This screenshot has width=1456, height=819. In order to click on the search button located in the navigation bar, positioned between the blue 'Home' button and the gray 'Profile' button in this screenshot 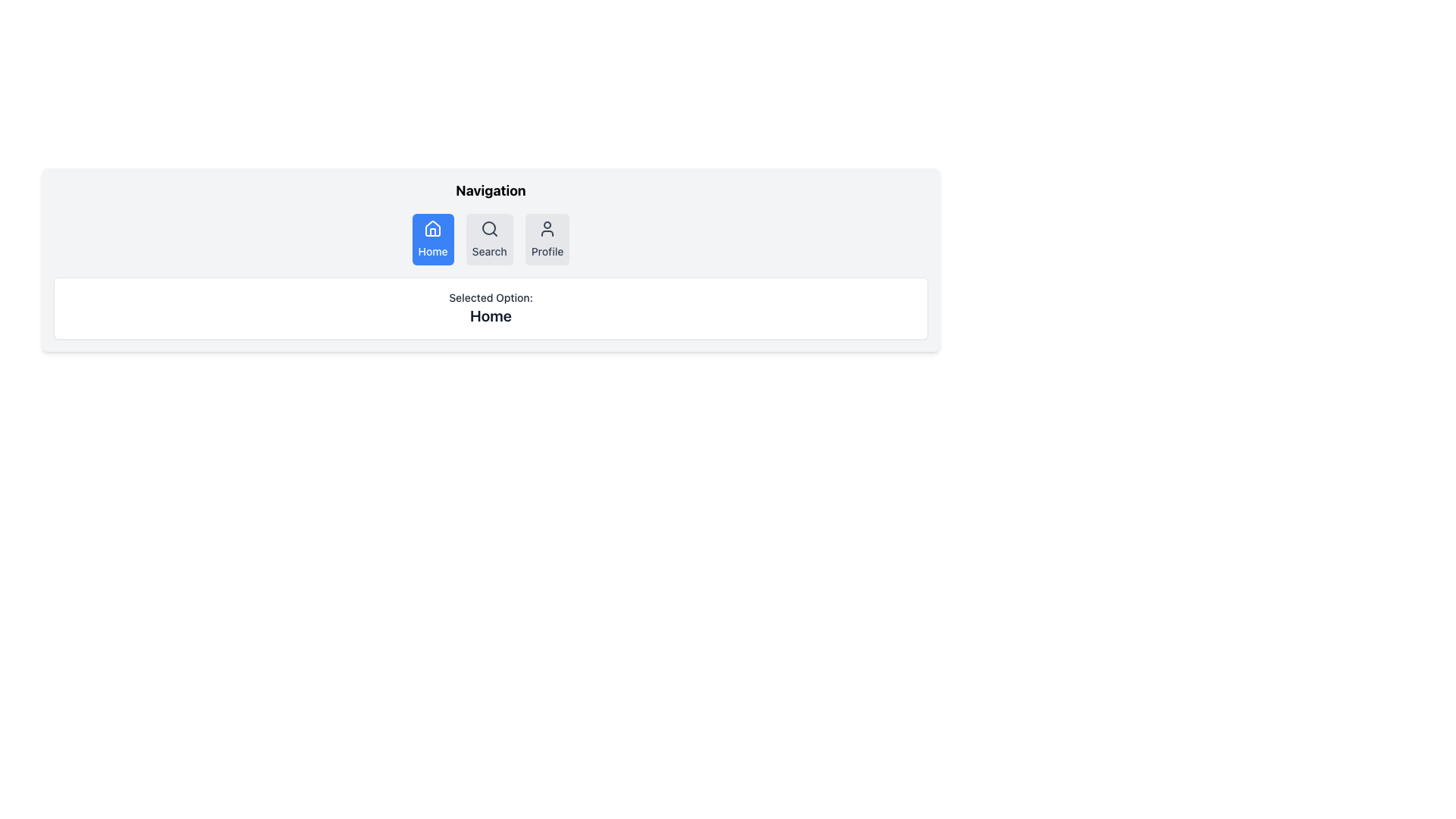, I will do `click(489, 239)`.